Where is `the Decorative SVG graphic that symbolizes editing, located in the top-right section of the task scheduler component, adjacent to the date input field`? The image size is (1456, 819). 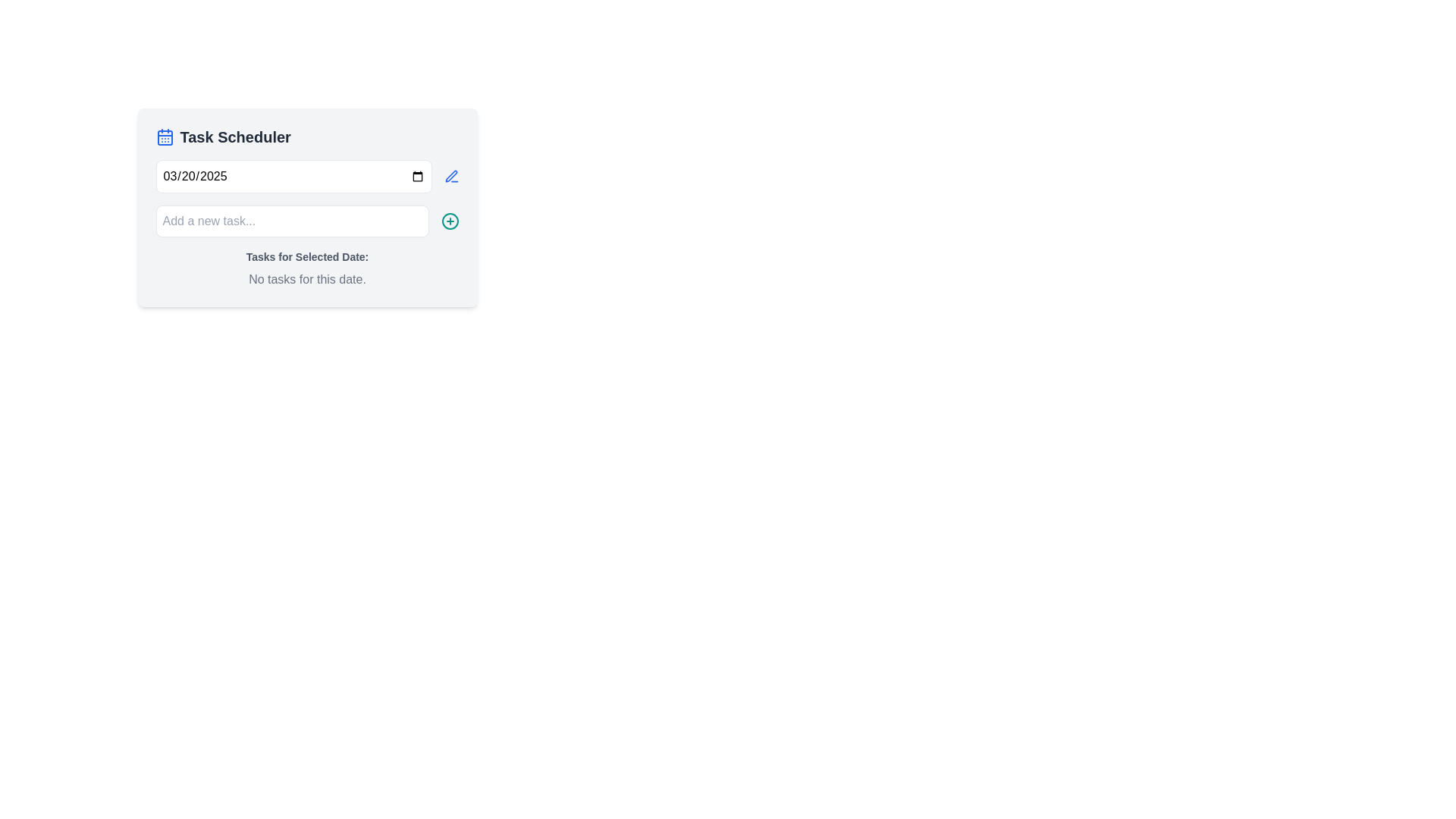 the Decorative SVG graphic that symbolizes editing, located in the top-right section of the task scheduler component, adjacent to the date input field is located at coordinates (450, 175).